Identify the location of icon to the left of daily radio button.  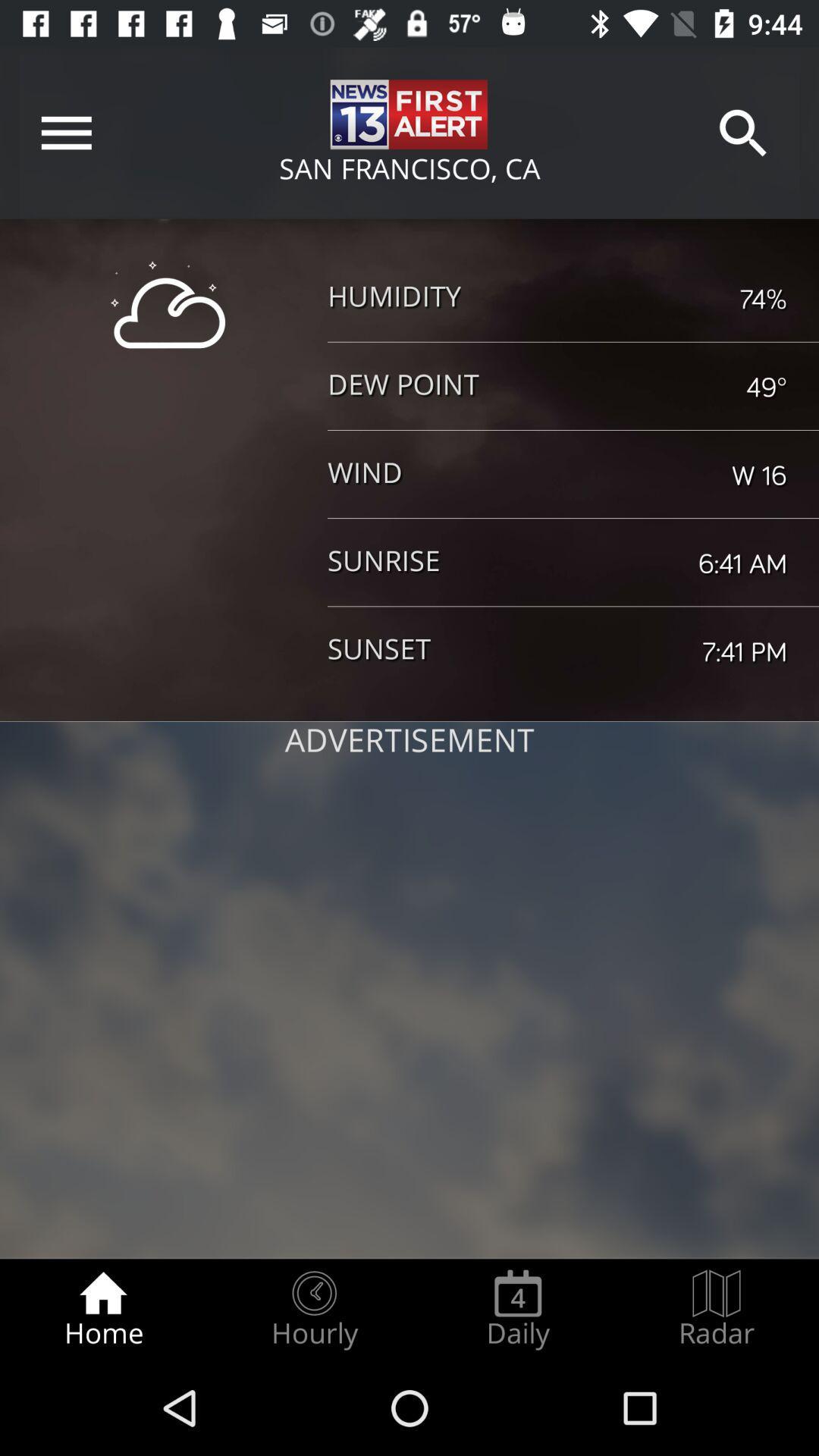
(313, 1309).